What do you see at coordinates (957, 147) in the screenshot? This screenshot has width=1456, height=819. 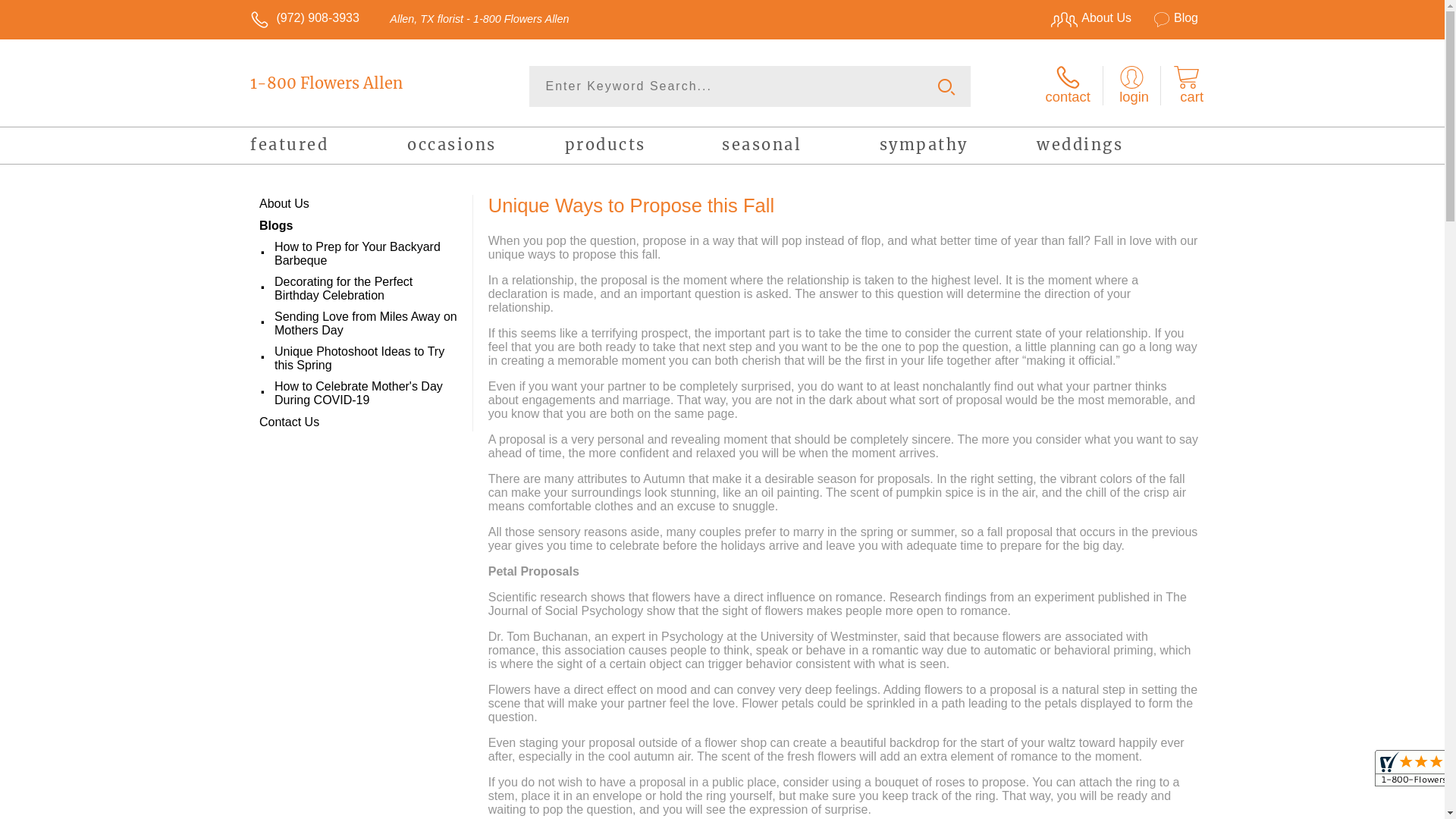 I see `'sympathy'` at bounding box center [957, 147].